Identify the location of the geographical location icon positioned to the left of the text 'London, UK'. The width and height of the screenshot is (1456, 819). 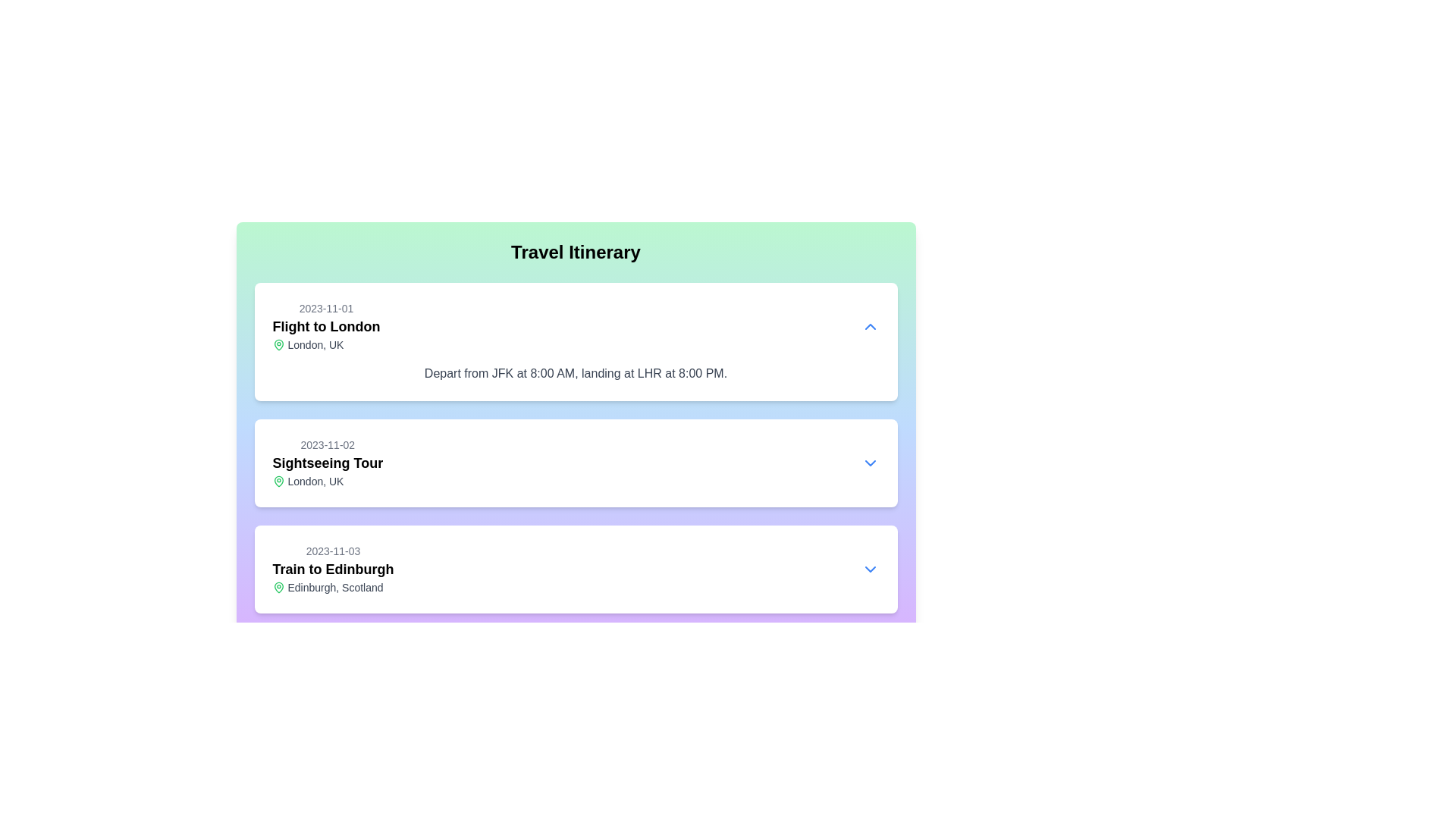
(278, 345).